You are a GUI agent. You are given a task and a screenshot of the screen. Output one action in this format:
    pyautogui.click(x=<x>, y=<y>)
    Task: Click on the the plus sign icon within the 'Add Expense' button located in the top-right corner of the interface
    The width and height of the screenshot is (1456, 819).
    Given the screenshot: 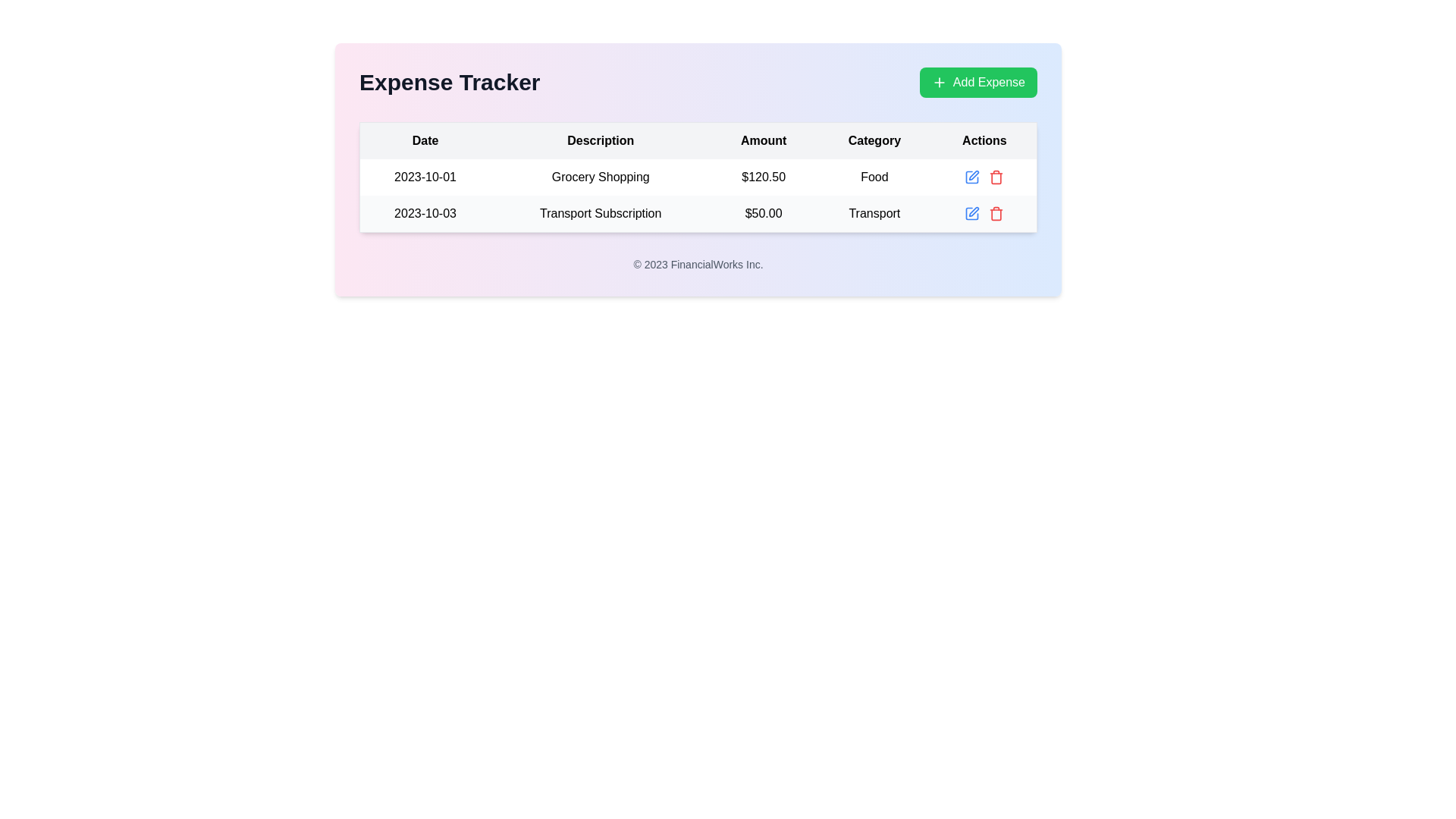 What is the action you would take?
    pyautogui.click(x=938, y=82)
    